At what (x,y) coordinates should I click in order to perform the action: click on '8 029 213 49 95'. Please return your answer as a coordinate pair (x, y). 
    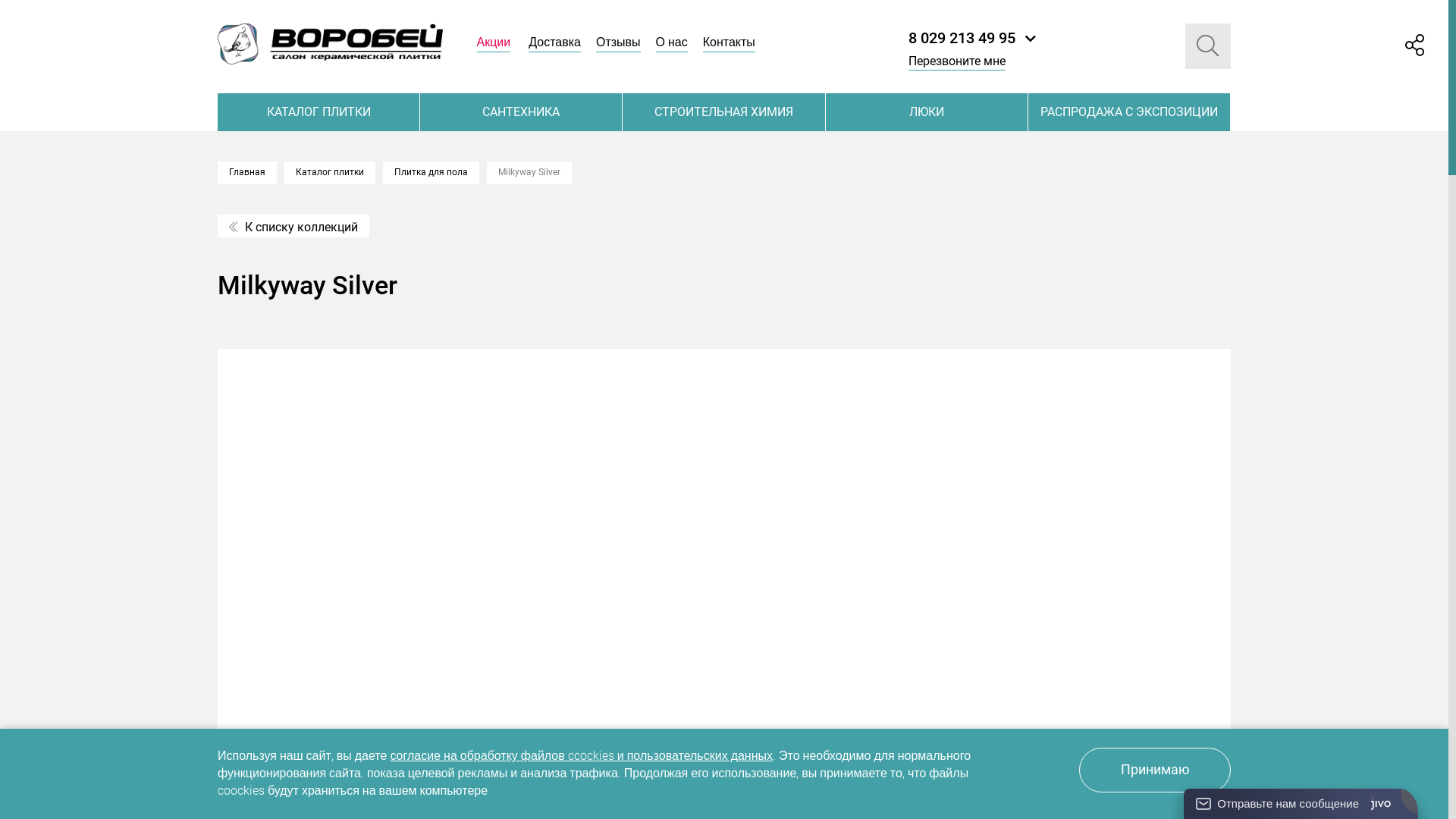
    Looking at the image, I should click on (908, 37).